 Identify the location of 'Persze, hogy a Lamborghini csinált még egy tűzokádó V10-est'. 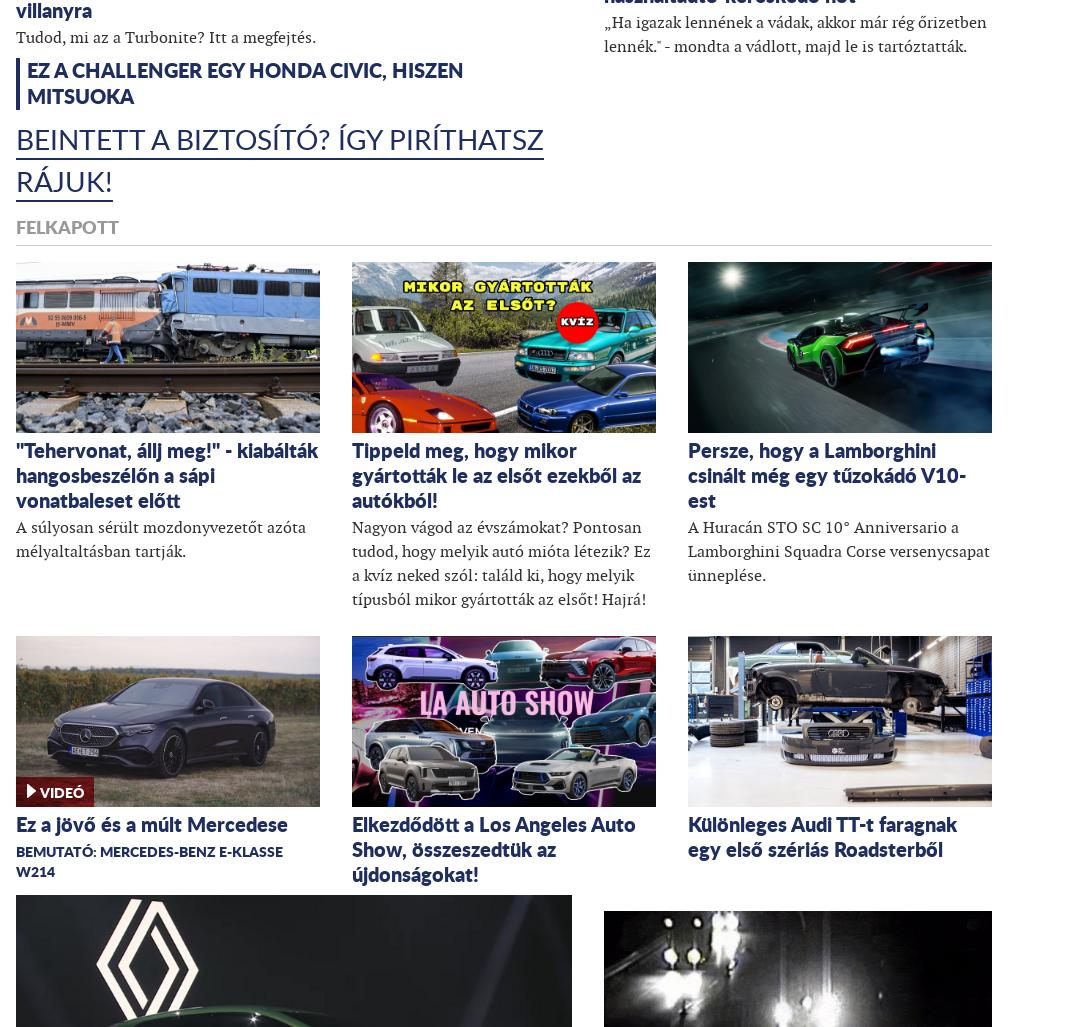
(826, 474).